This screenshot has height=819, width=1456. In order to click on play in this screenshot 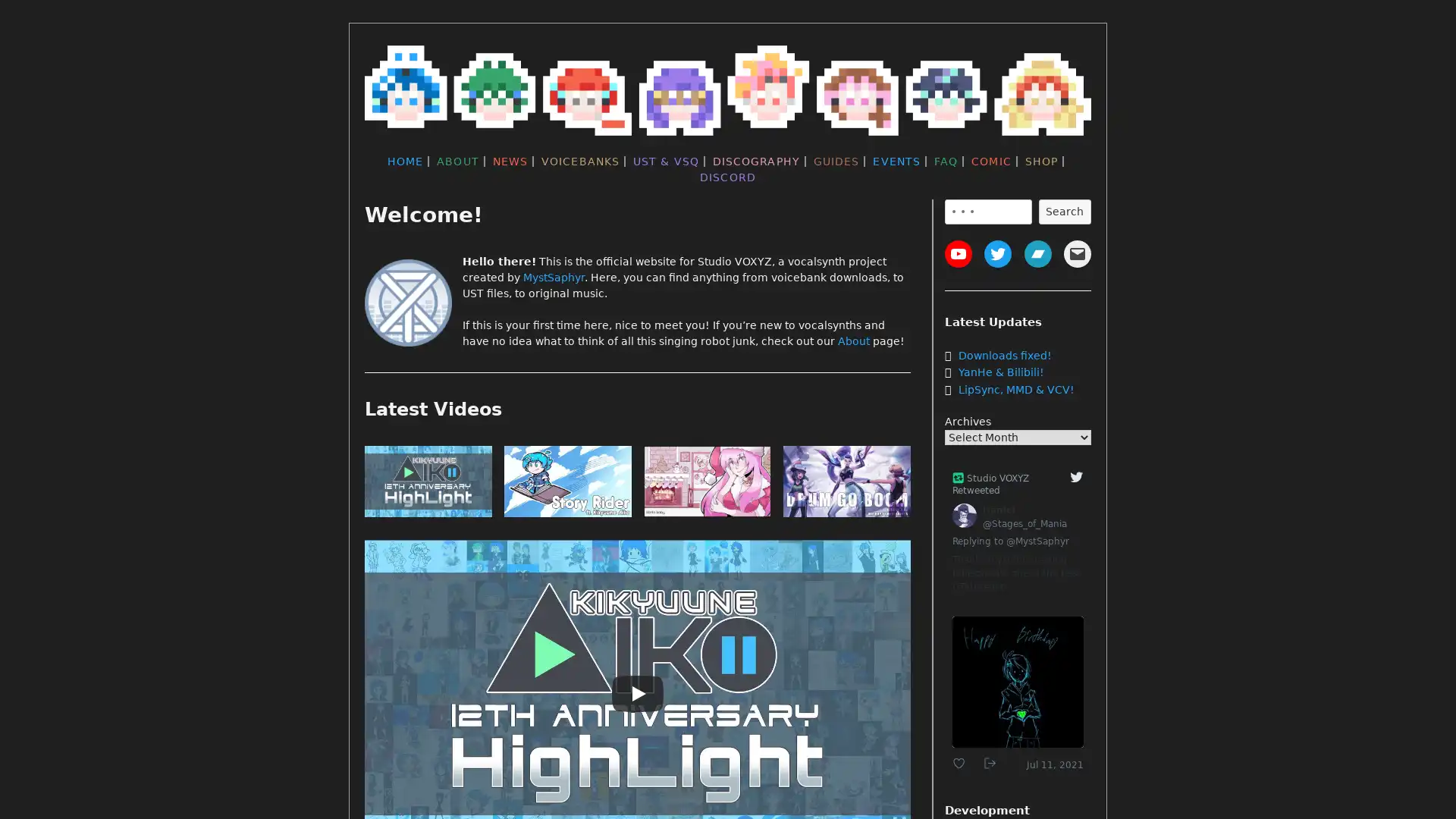, I will do `click(706, 485)`.